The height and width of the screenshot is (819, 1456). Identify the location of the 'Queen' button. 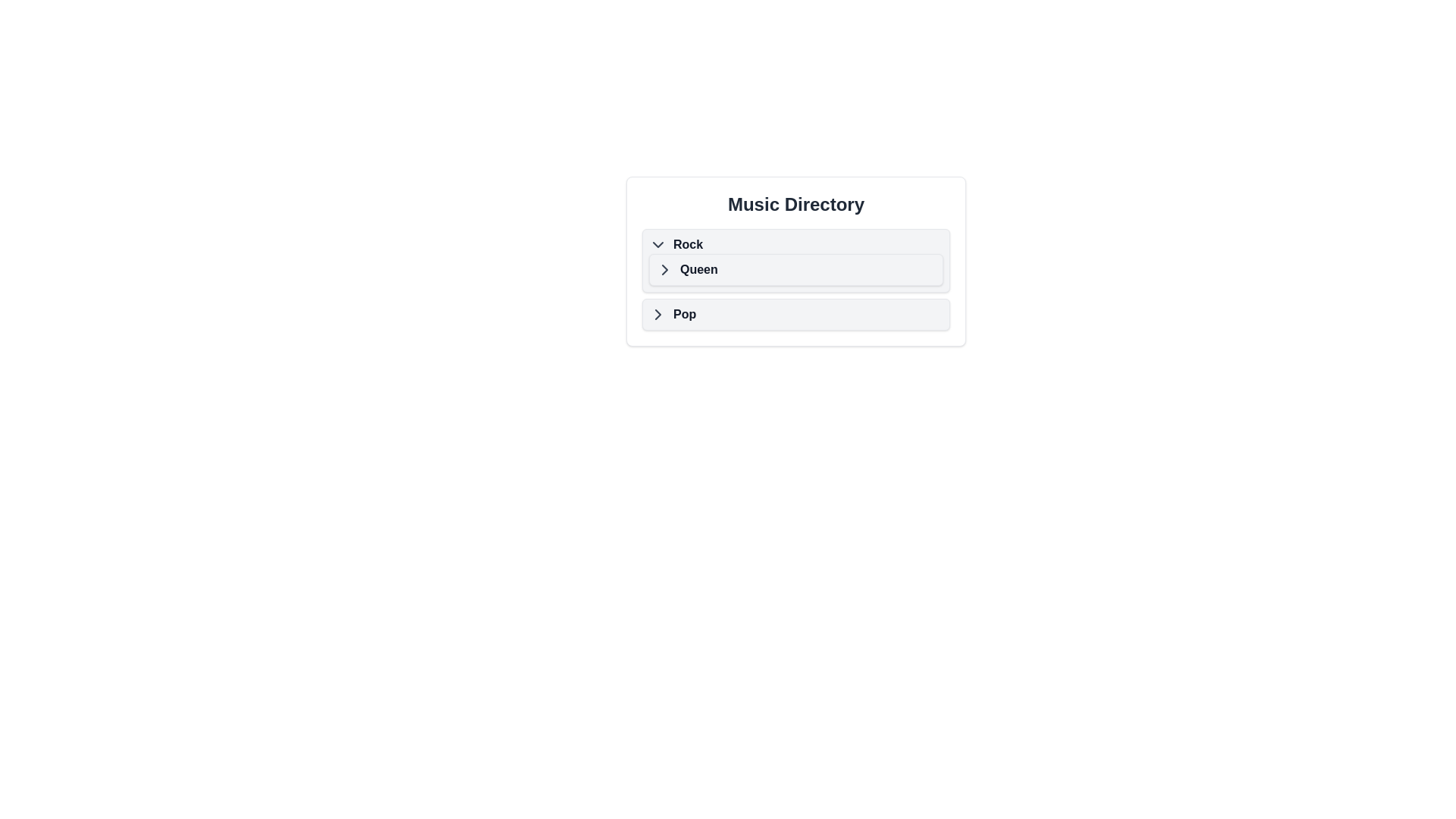
(795, 280).